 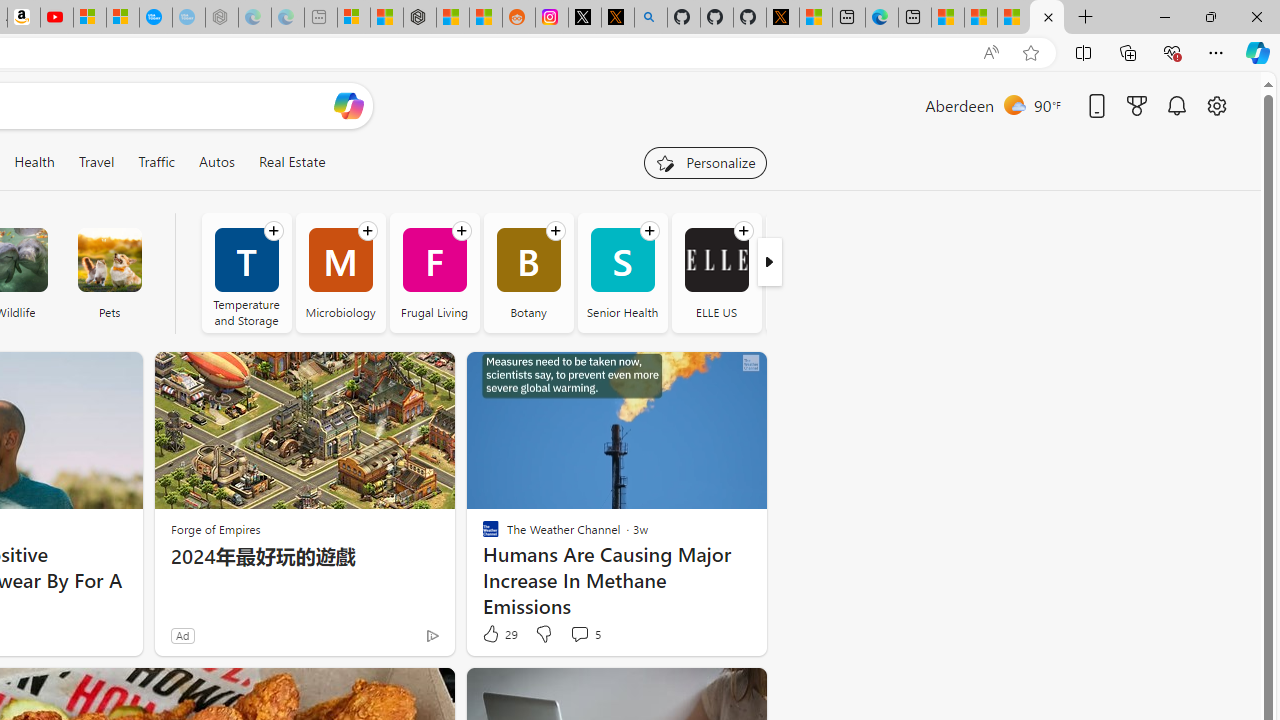 I want to click on 'Forge of Empires', so click(x=215, y=528).